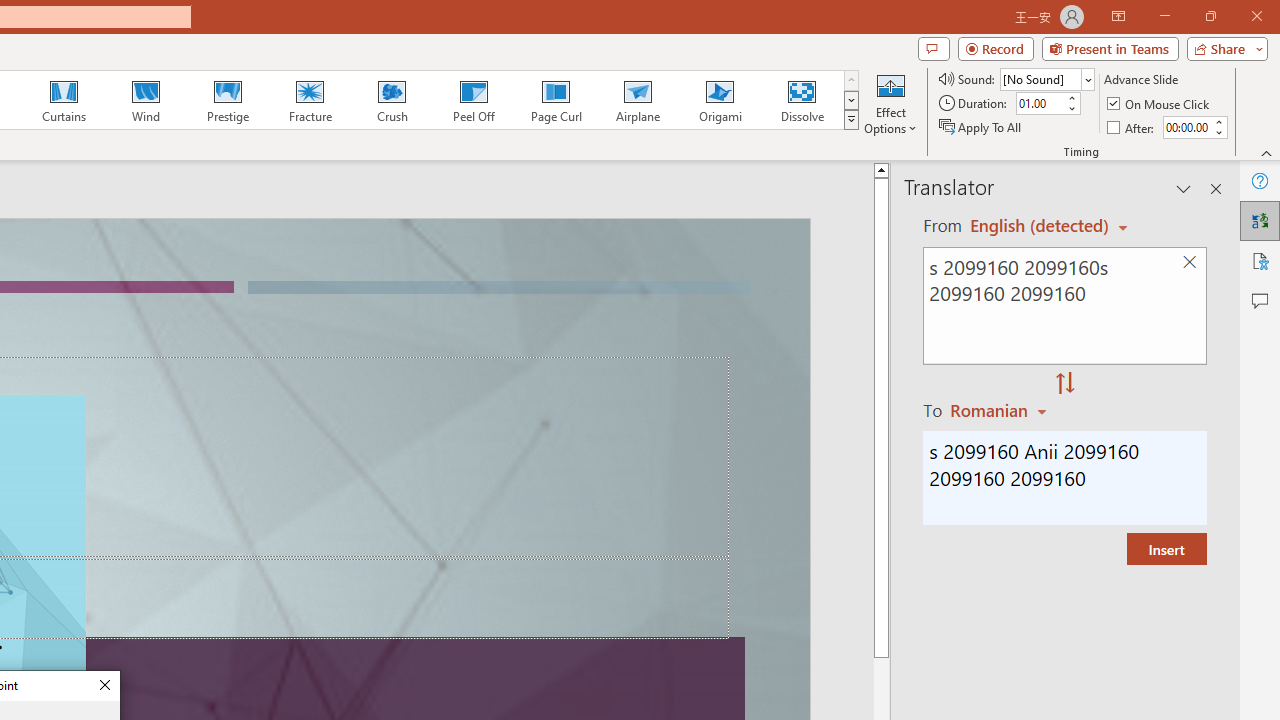 This screenshot has height=720, width=1280. What do you see at coordinates (1040, 103) in the screenshot?
I see `'Duration'` at bounding box center [1040, 103].